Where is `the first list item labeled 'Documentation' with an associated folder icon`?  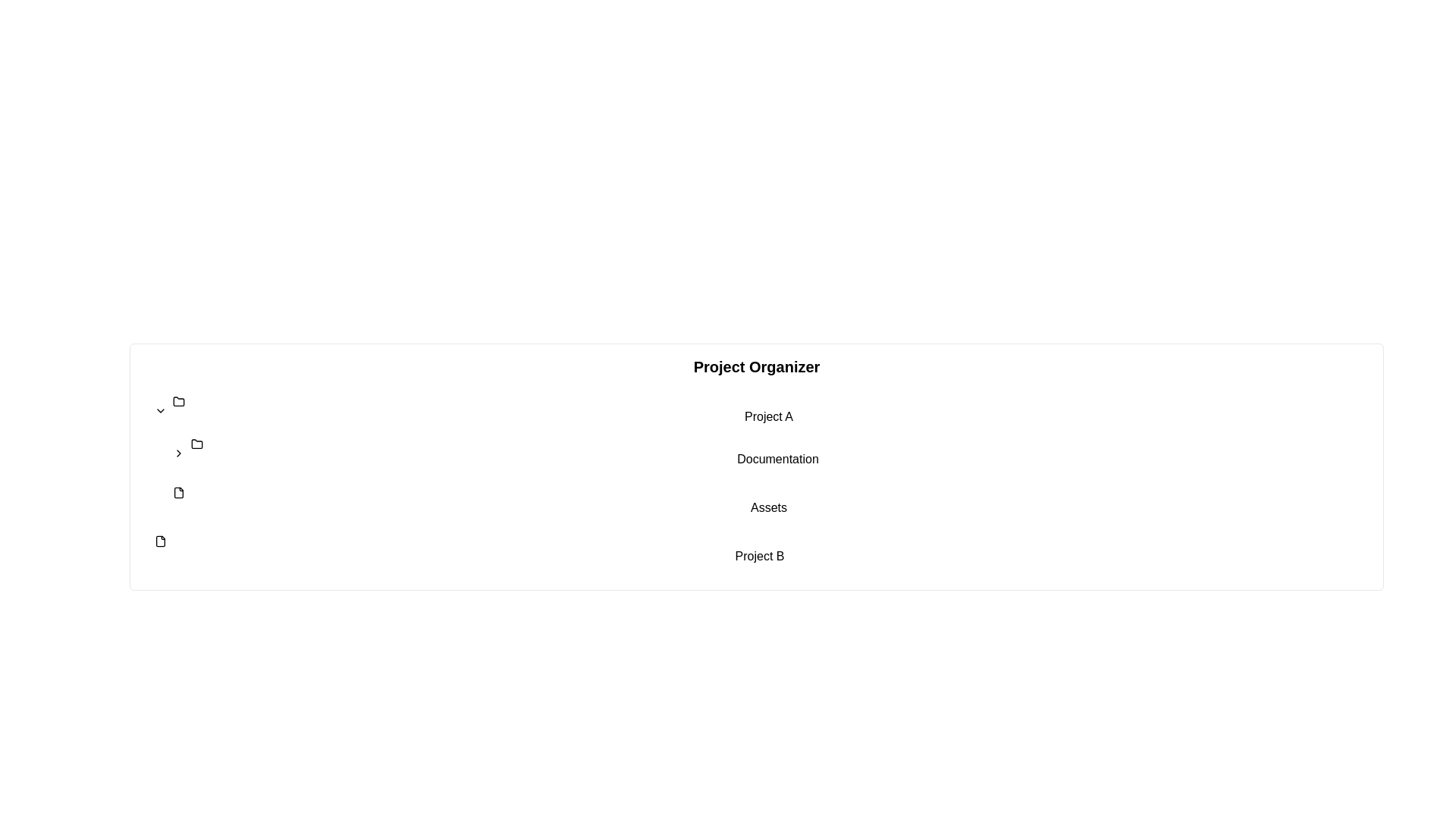 the first list item labeled 'Documentation' with an associated folder icon is located at coordinates (768, 452).